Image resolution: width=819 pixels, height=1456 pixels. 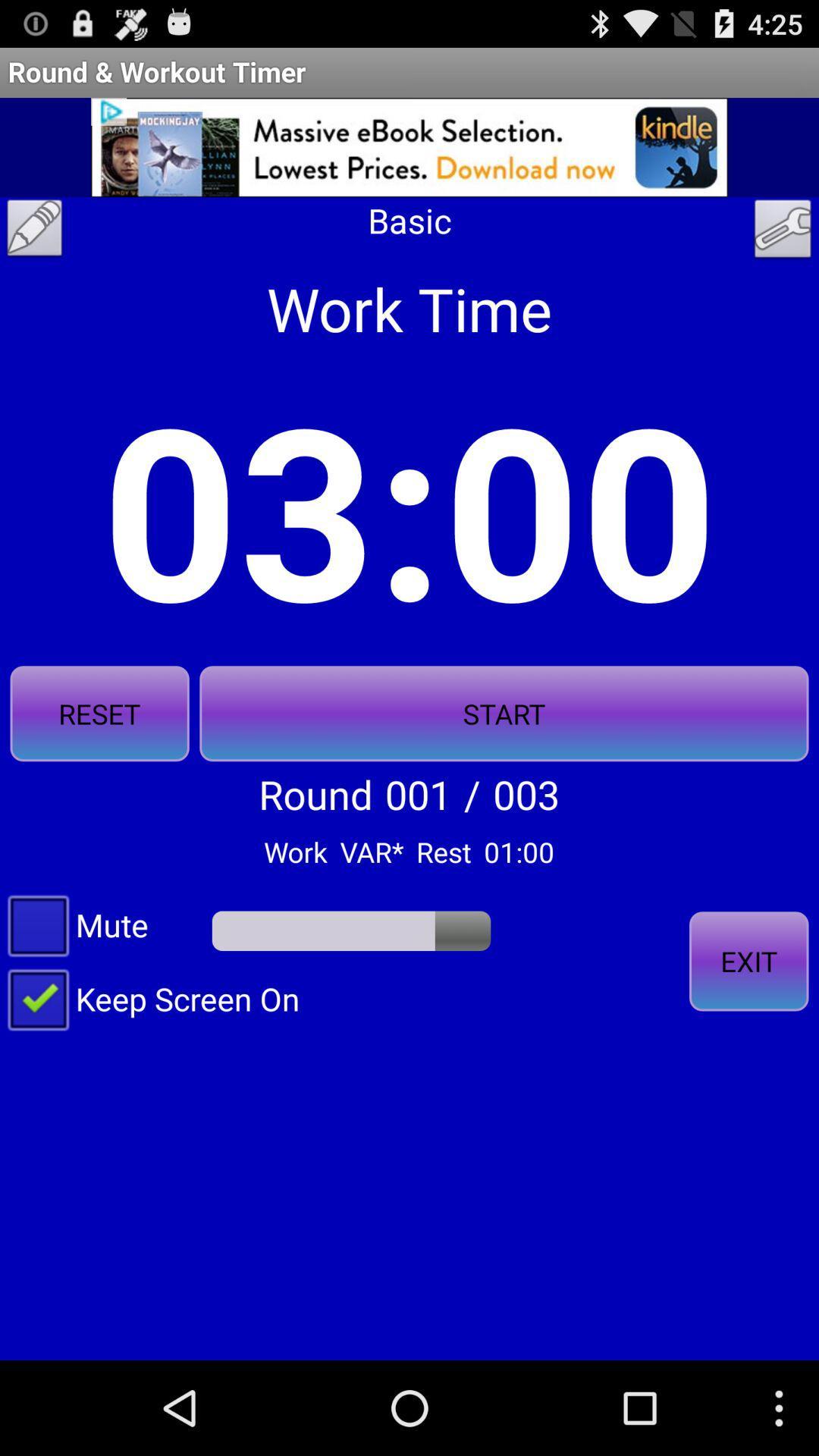 What do you see at coordinates (748, 960) in the screenshot?
I see `icon below the start item` at bounding box center [748, 960].